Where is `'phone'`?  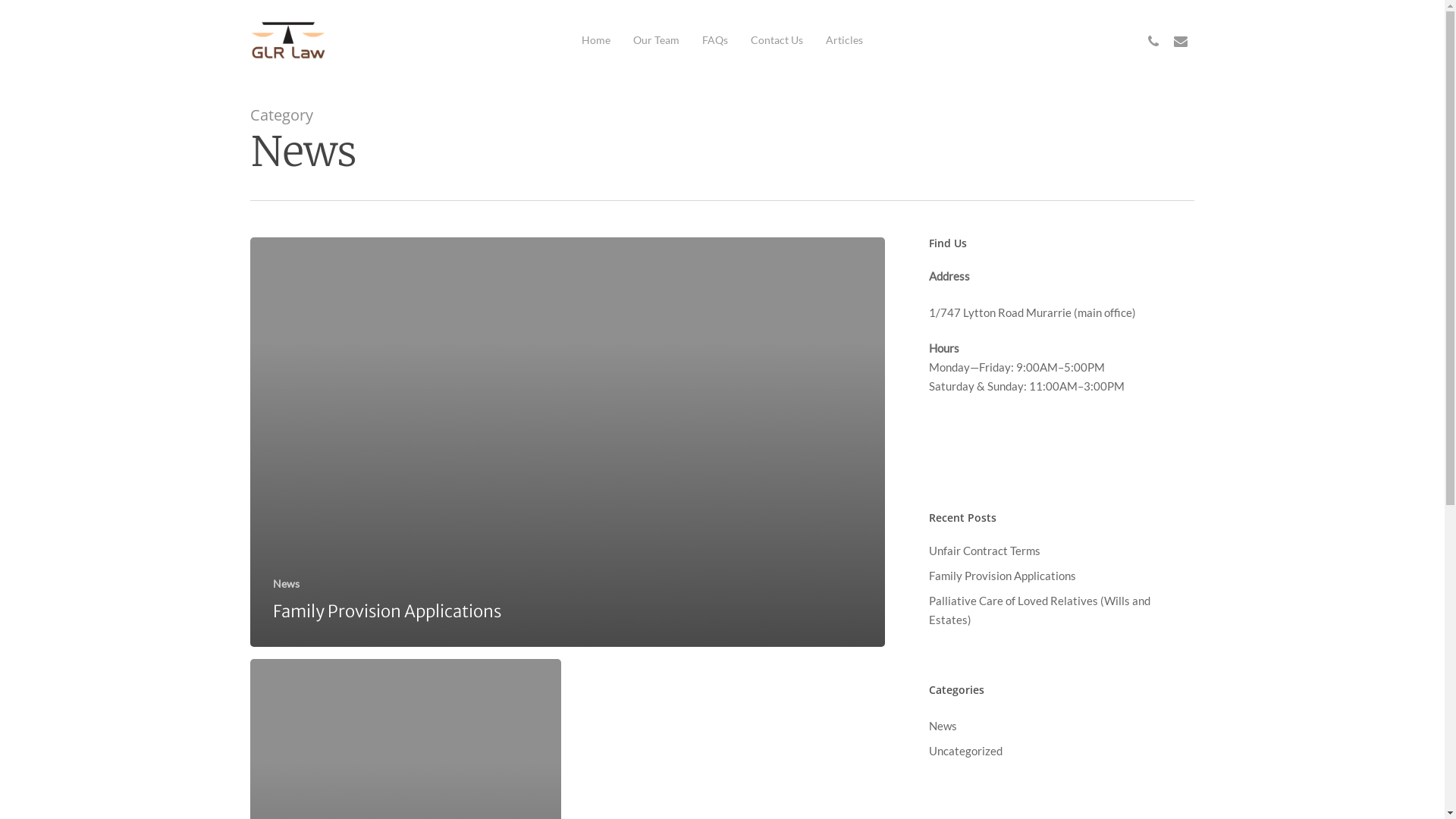
'phone' is located at coordinates (1139, 39).